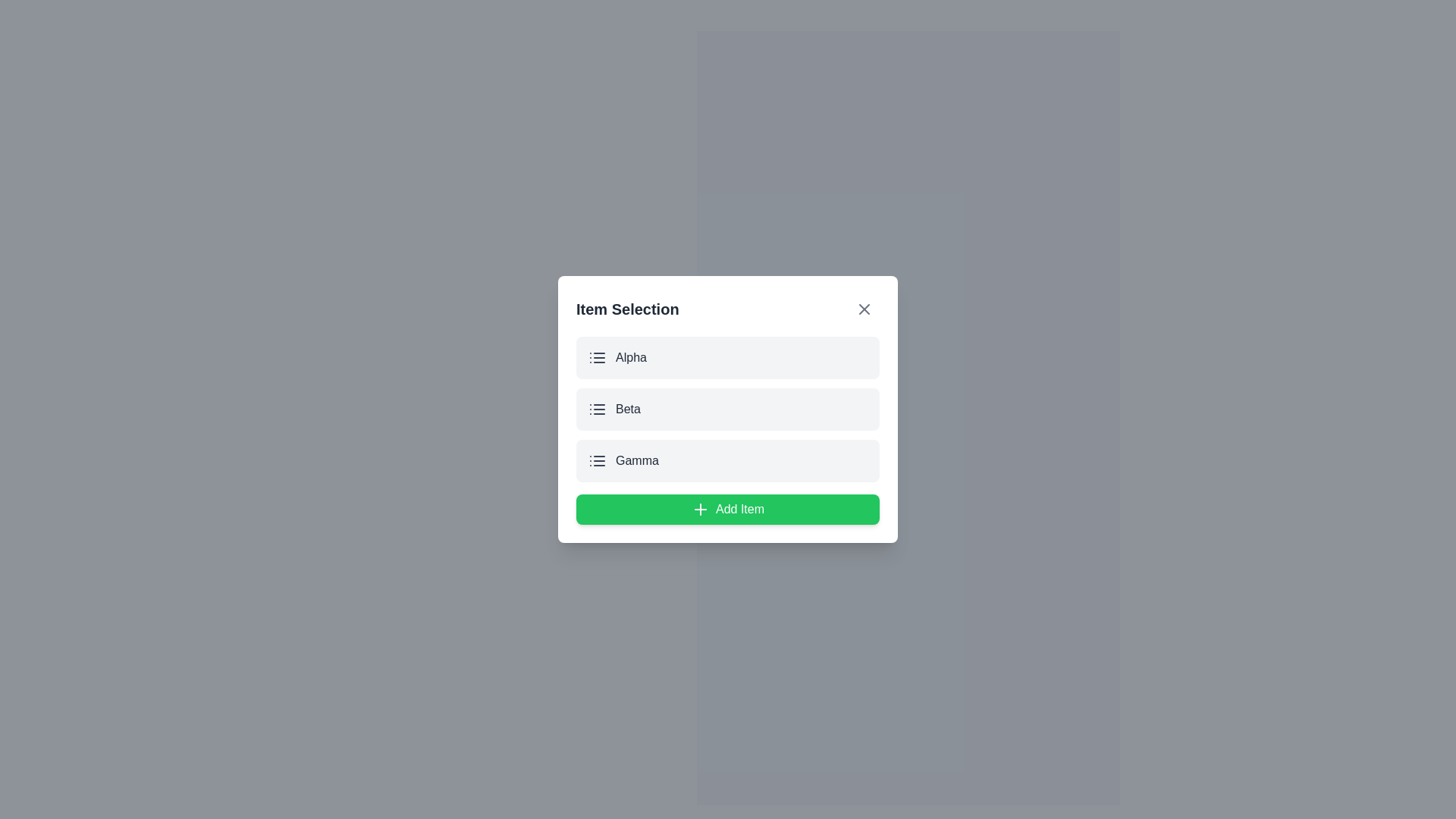 The image size is (1456, 819). Describe the element at coordinates (864, 309) in the screenshot. I see `the close button (X) to close the dialog` at that location.